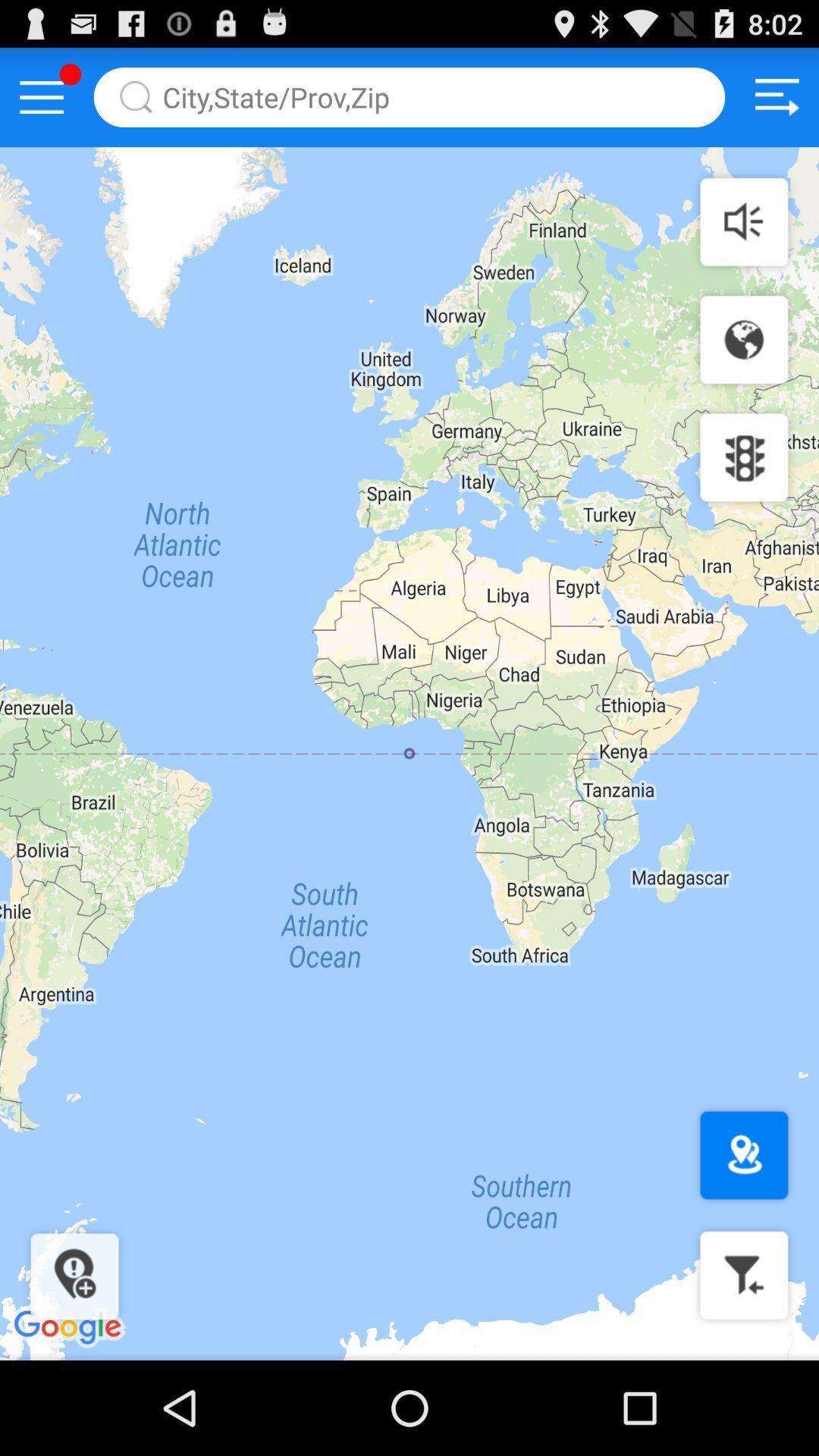 This screenshot has height=1456, width=819. What do you see at coordinates (409, 754) in the screenshot?
I see `the item at the center` at bounding box center [409, 754].